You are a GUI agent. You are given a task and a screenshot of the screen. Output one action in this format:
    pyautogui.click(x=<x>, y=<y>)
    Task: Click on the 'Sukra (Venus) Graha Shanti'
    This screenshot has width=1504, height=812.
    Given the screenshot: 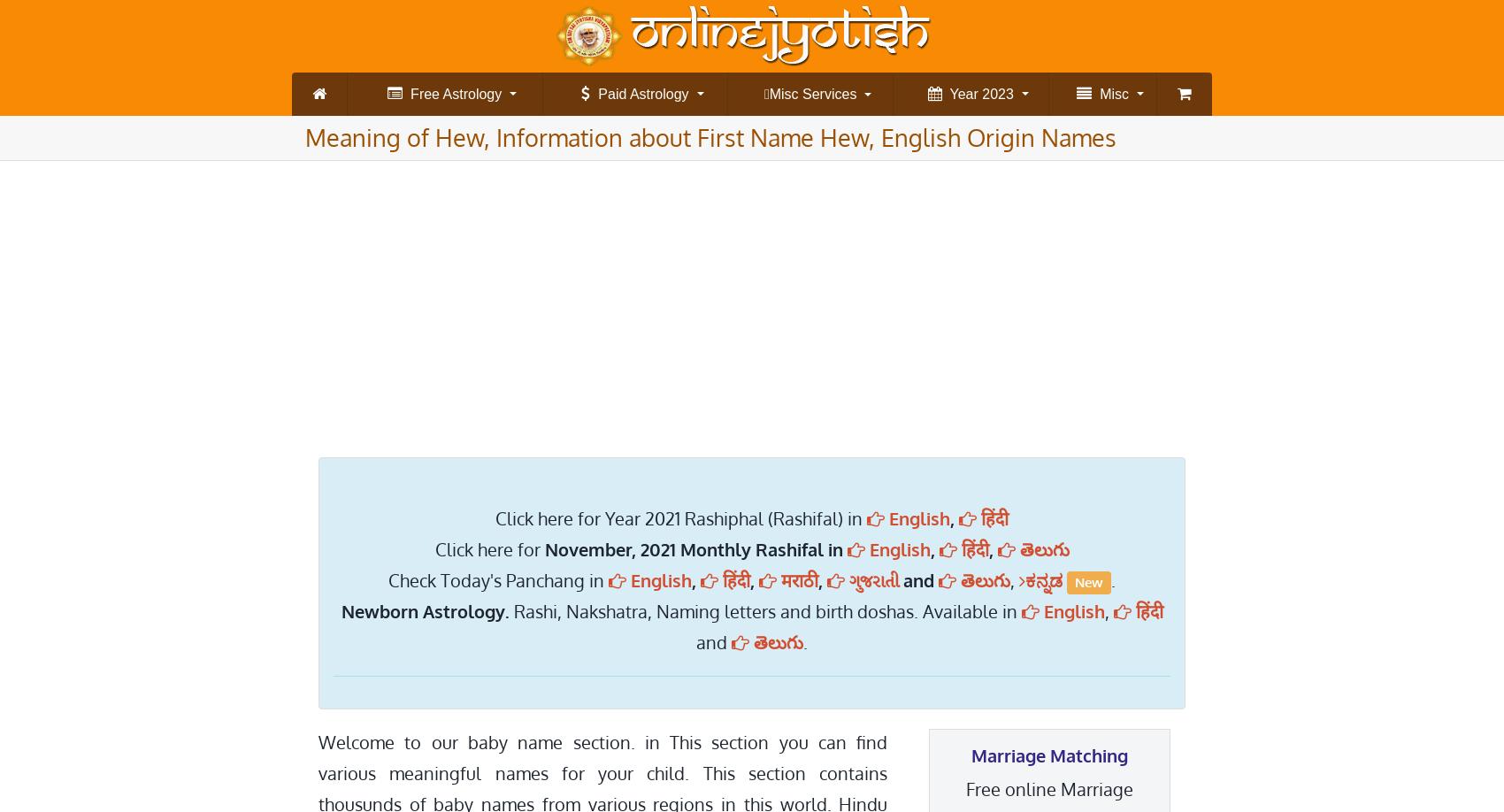 What is the action you would take?
    pyautogui.click(x=567, y=181)
    